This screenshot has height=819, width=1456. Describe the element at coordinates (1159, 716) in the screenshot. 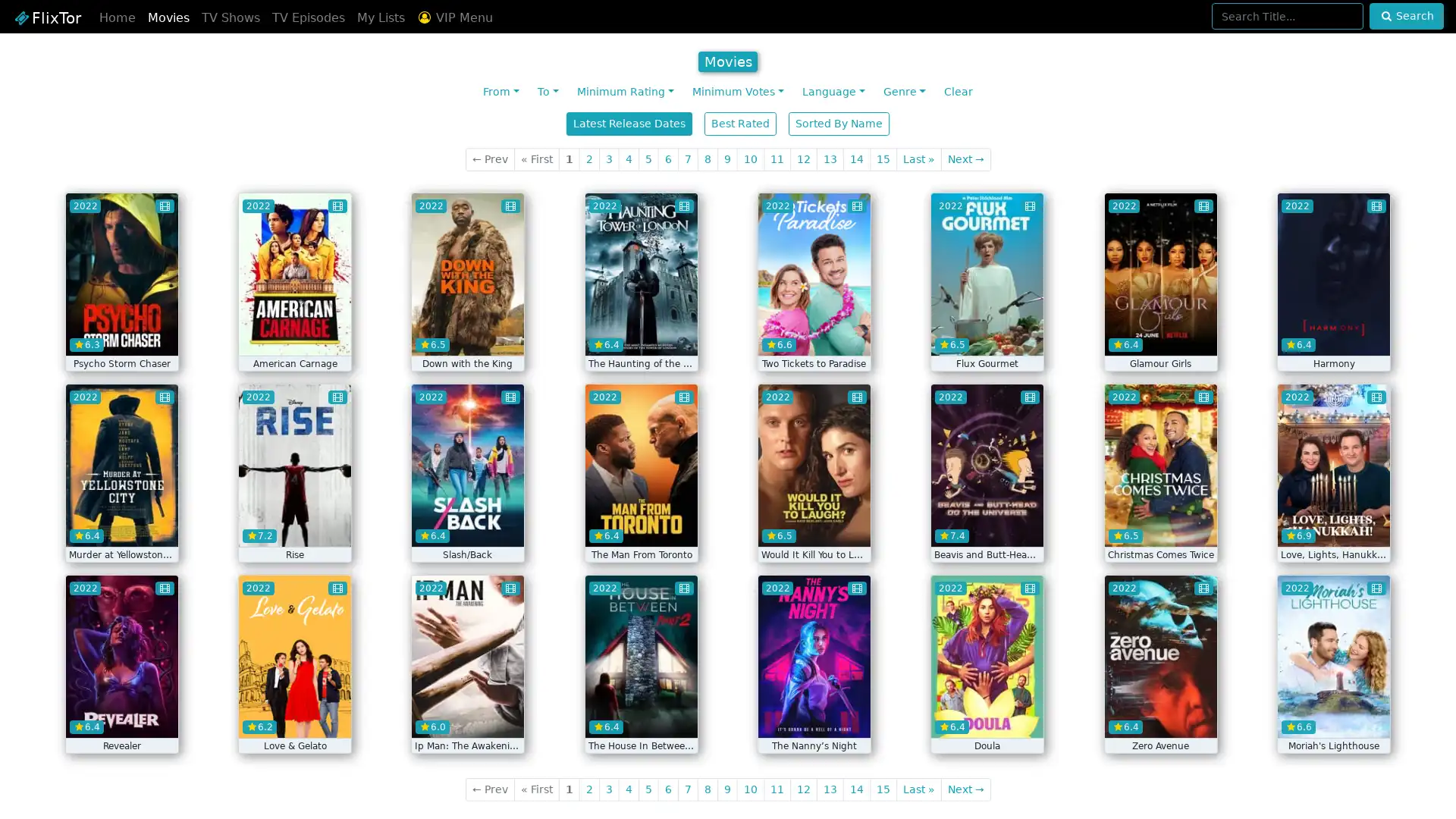

I see `Watch Now` at that location.